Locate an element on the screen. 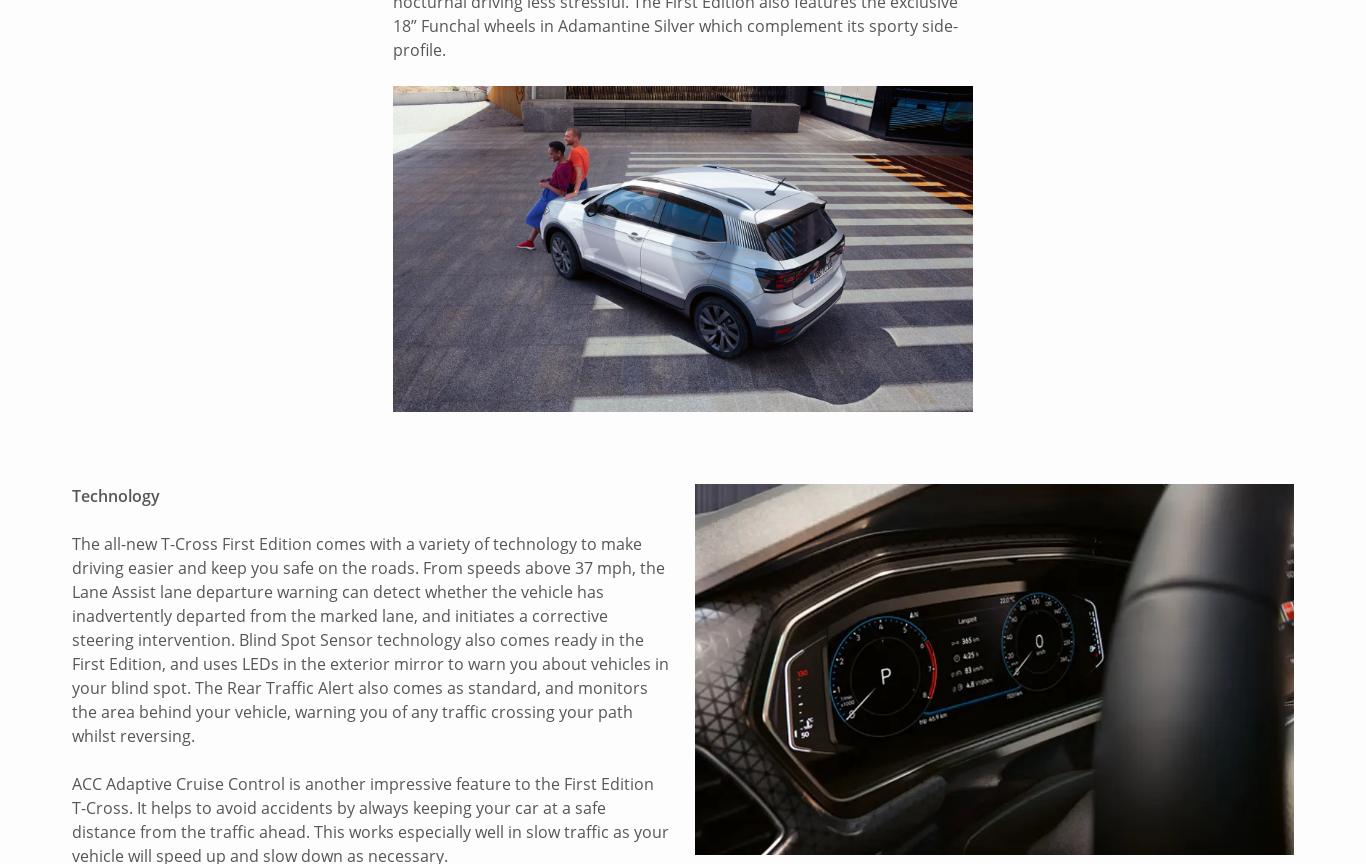 Image resolution: width=1366 pixels, height=864 pixels. 'Volvo' is located at coordinates (93, 646).